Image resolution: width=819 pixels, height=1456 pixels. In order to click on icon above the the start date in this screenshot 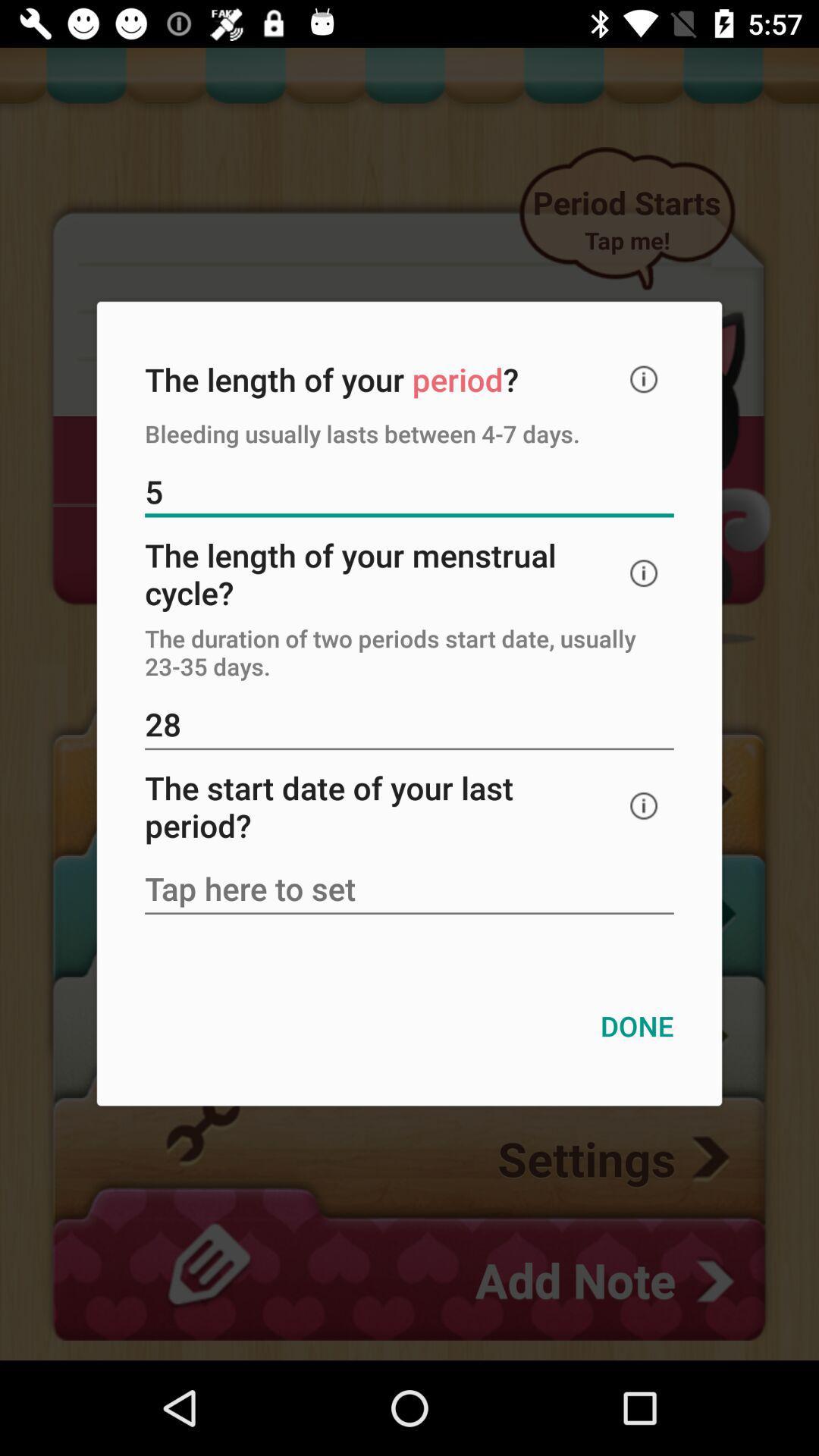, I will do `click(409, 725)`.